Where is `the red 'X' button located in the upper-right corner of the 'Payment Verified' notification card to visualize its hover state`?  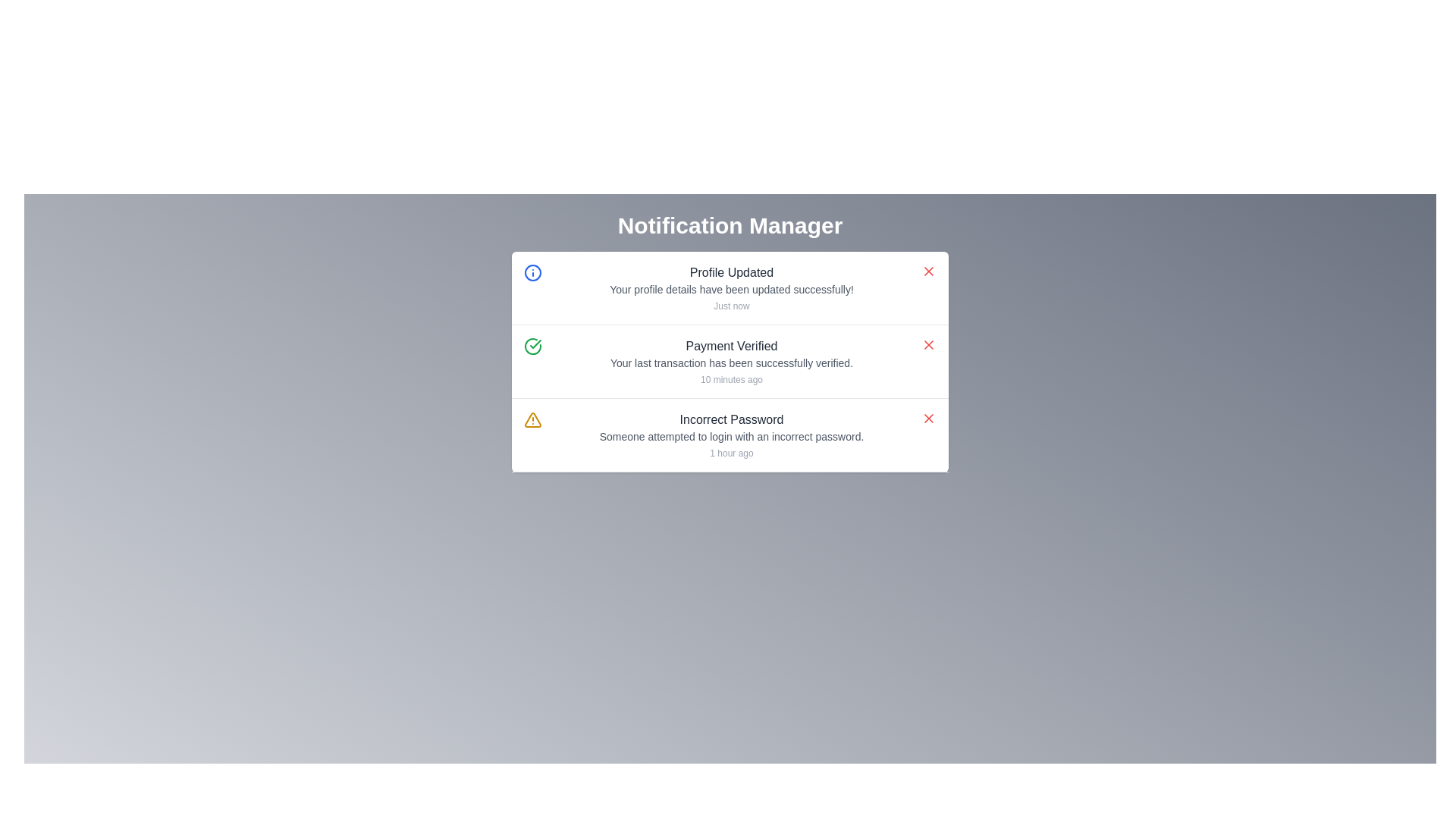
the red 'X' button located in the upper-right corner of the 'Payment Verified' notification card to visualize its hover state is located at coordinates (927, 345).